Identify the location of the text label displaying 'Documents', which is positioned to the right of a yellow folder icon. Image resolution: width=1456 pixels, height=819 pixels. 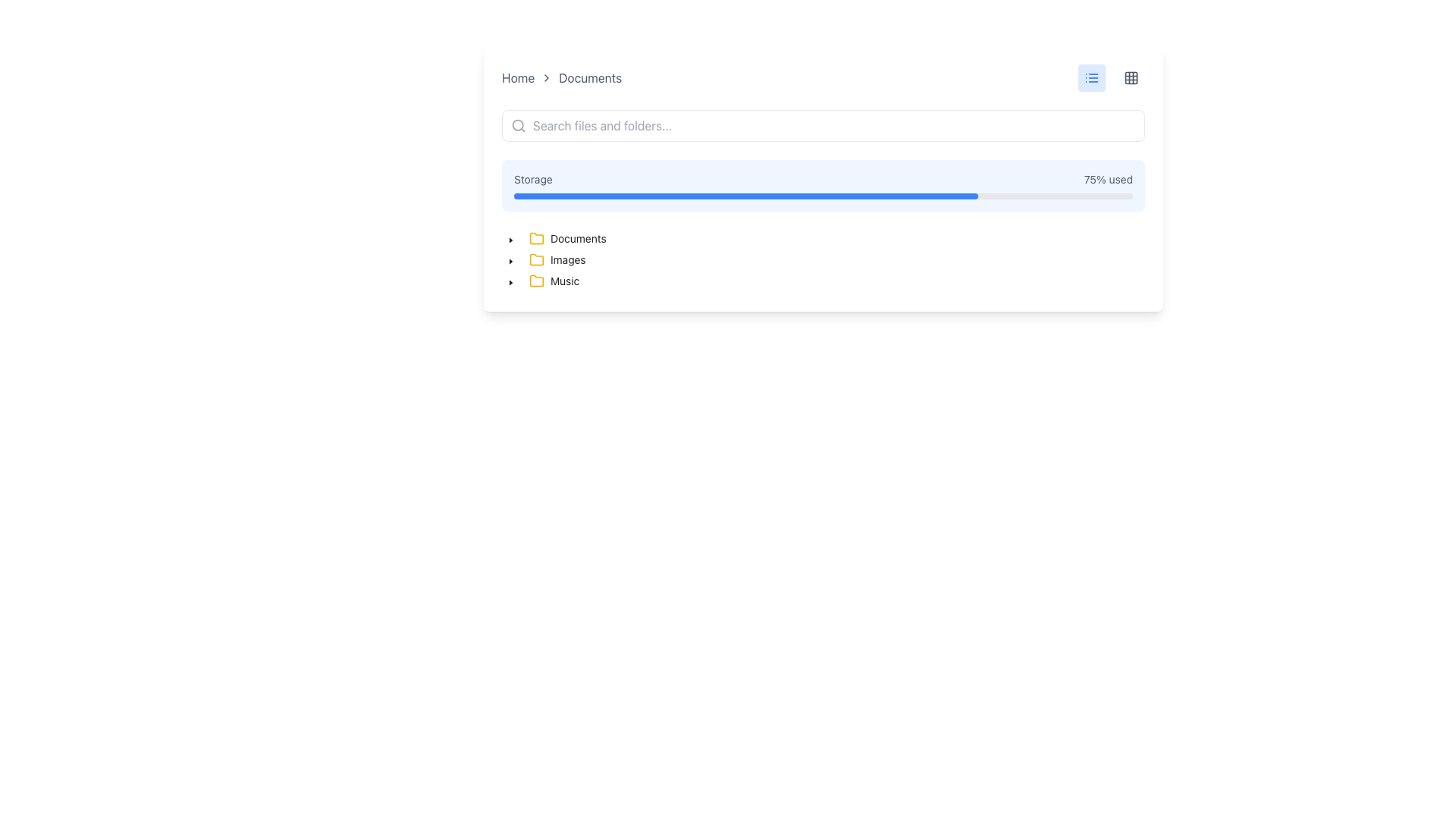
(577, 239).